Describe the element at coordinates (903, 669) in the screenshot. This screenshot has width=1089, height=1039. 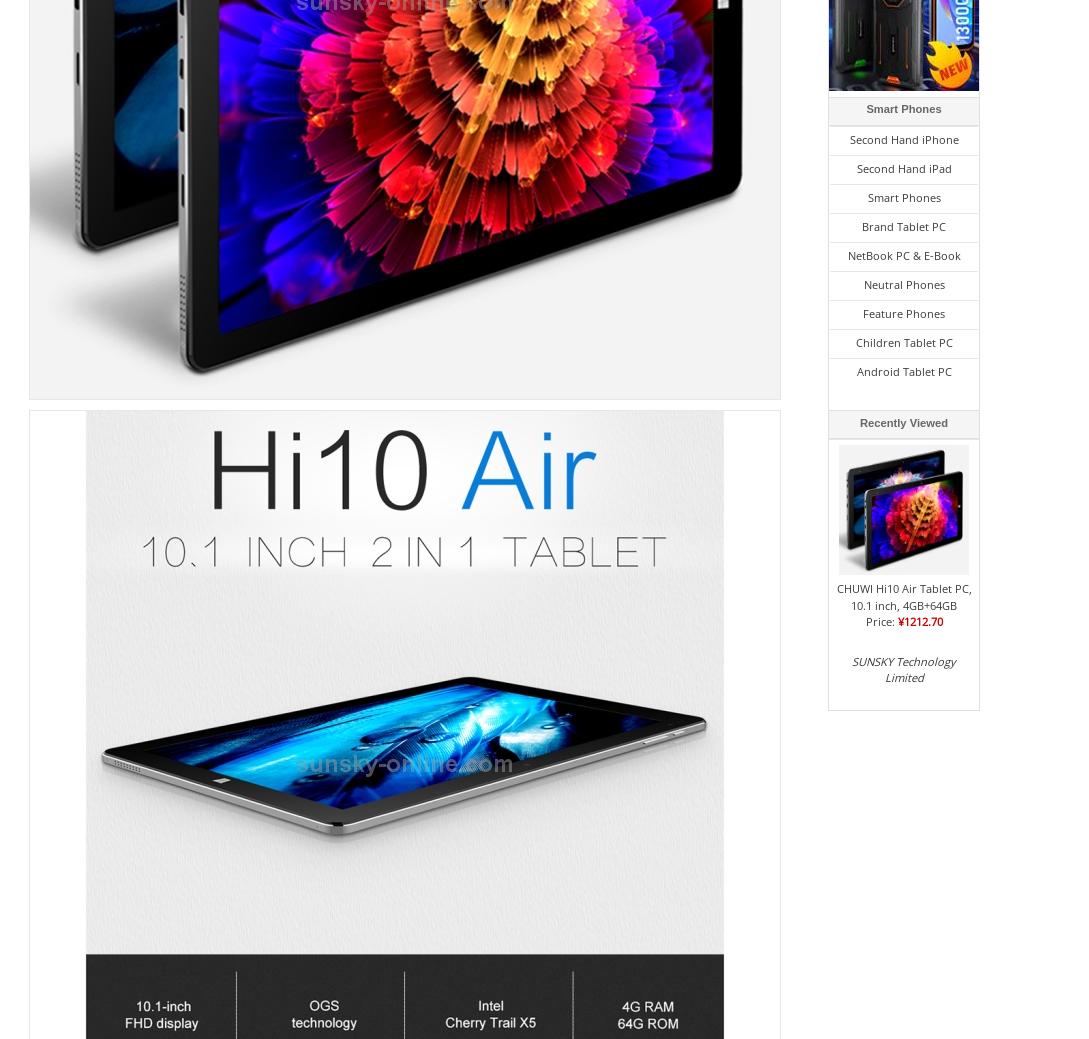
I see `'SUNSKY Technology Limited'` at that location.